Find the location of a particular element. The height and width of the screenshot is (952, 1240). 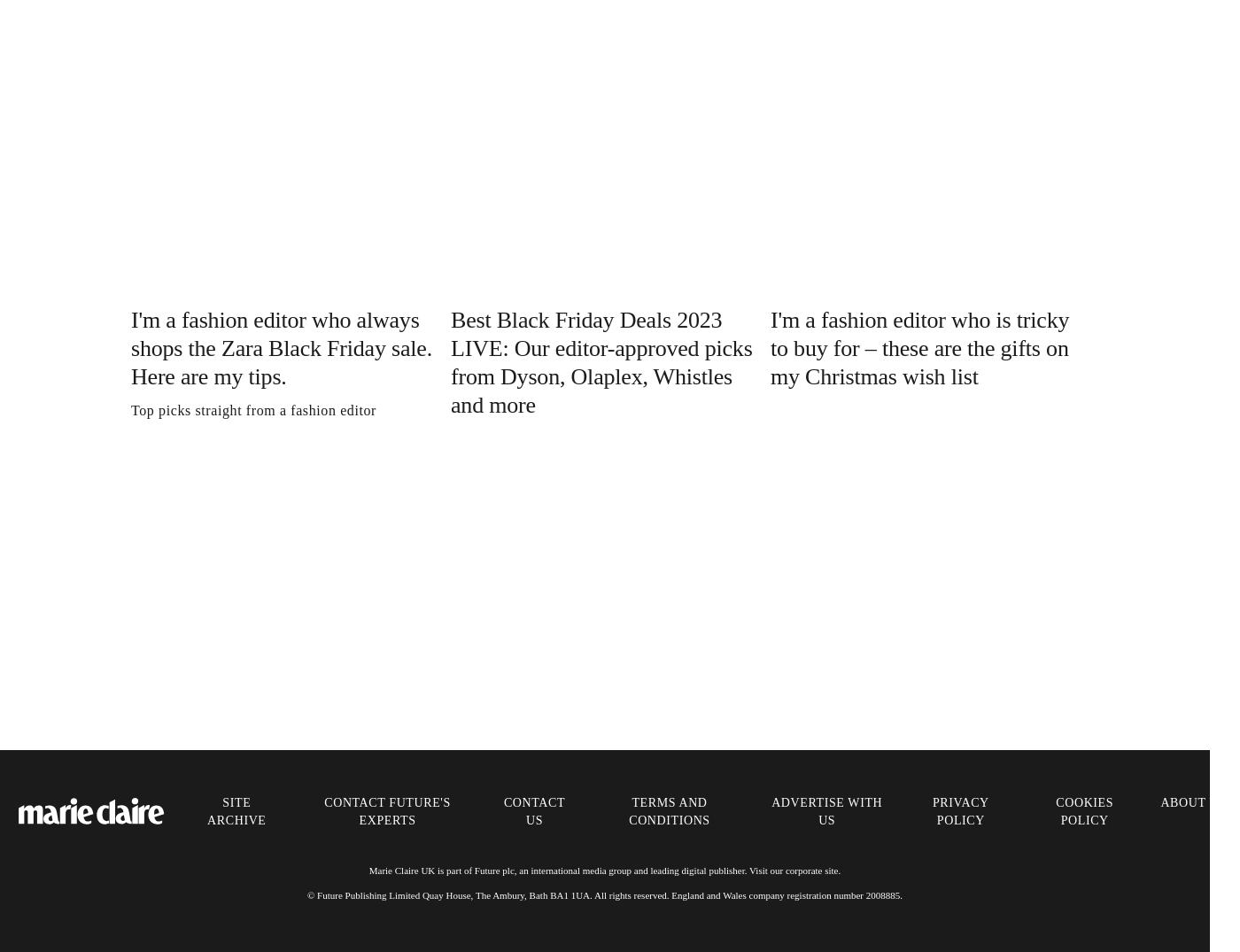

'Marie Claire UK is part of Future plc, an international media group and leading digital publisher.' is located at coordinates (368, 869).